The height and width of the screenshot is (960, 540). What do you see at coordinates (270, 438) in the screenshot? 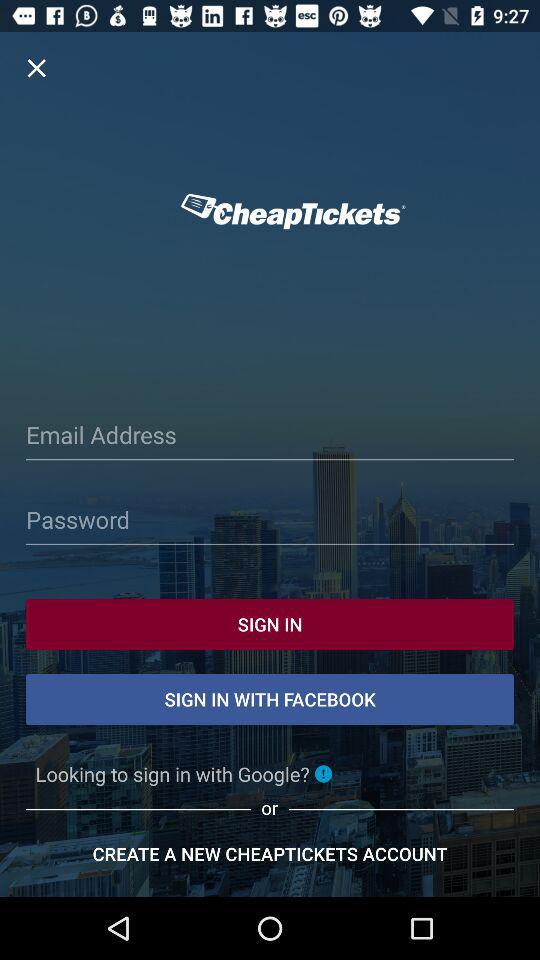
I see `the text box which says email address` at bounding box center [270, 438].